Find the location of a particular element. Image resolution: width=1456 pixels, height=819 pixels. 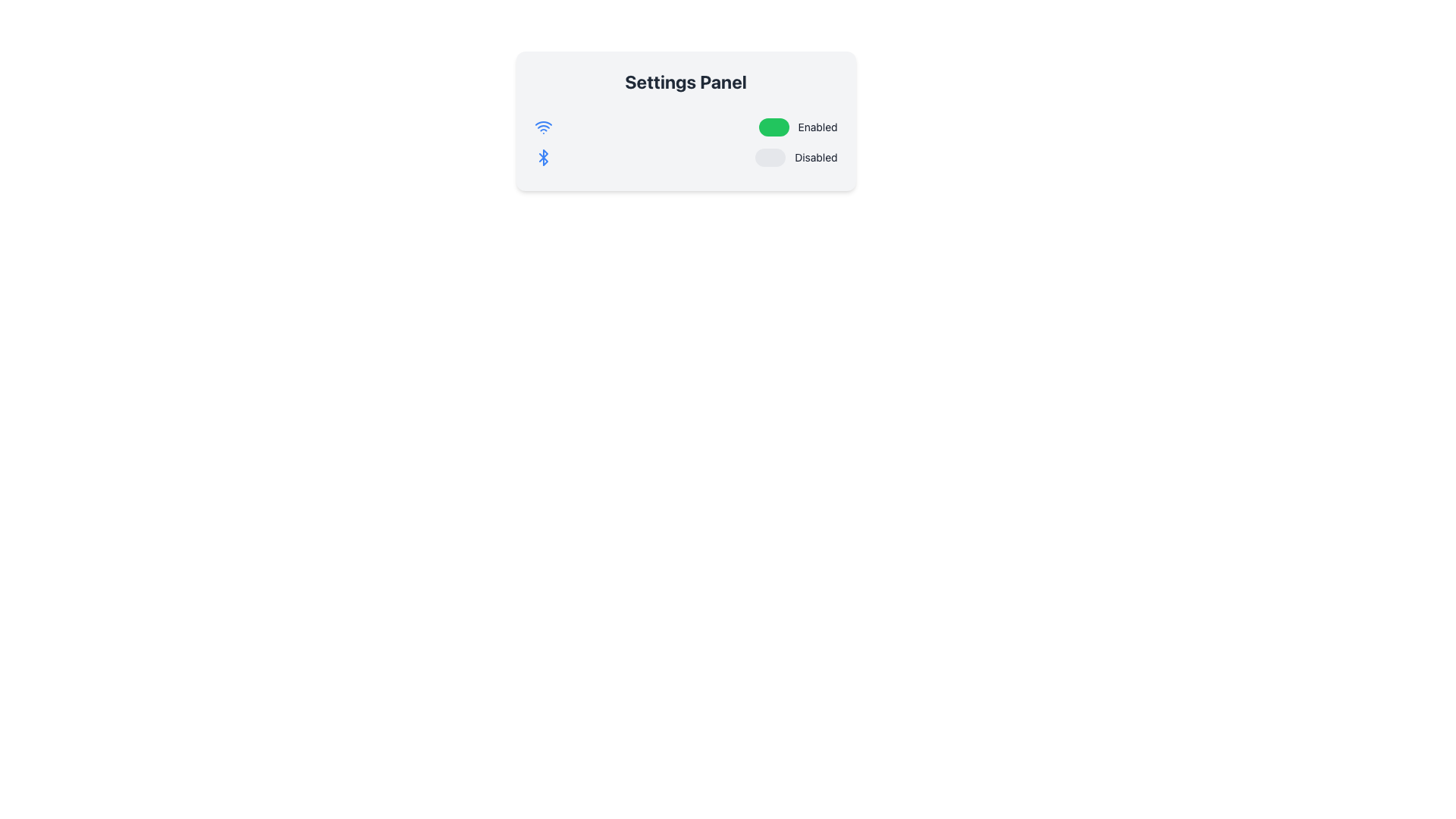

the text label displaying 'Enabled' in a settings-like interface, which is positioned to the right of a green toggle switch is located at coordinates (817, 127).